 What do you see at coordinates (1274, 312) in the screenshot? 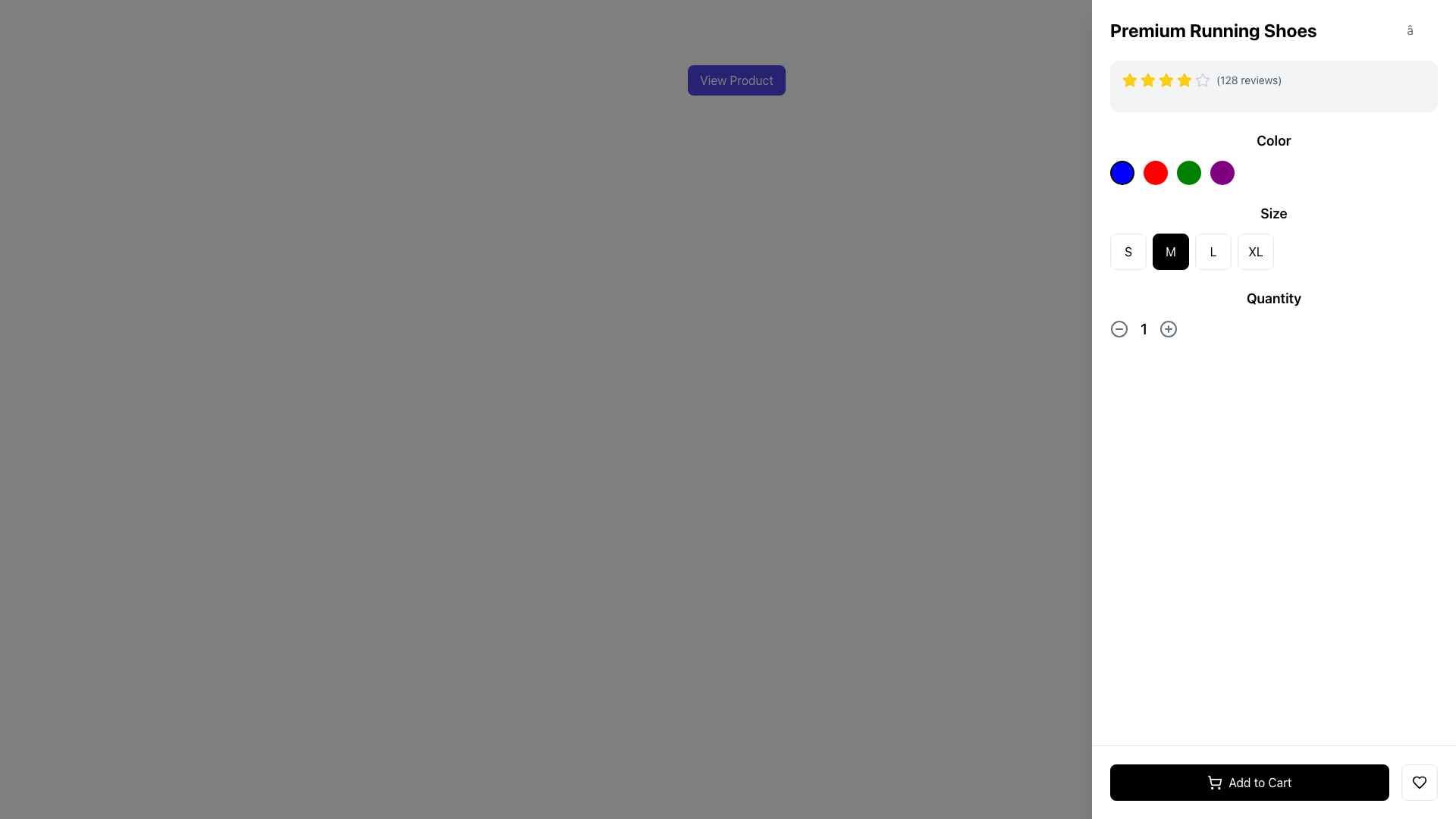
I see `the plus button of the interactive quantity modifier labeled 'Quantity' located in the lower right section of the interface to increase the value` at bounding box center [1274, 312].